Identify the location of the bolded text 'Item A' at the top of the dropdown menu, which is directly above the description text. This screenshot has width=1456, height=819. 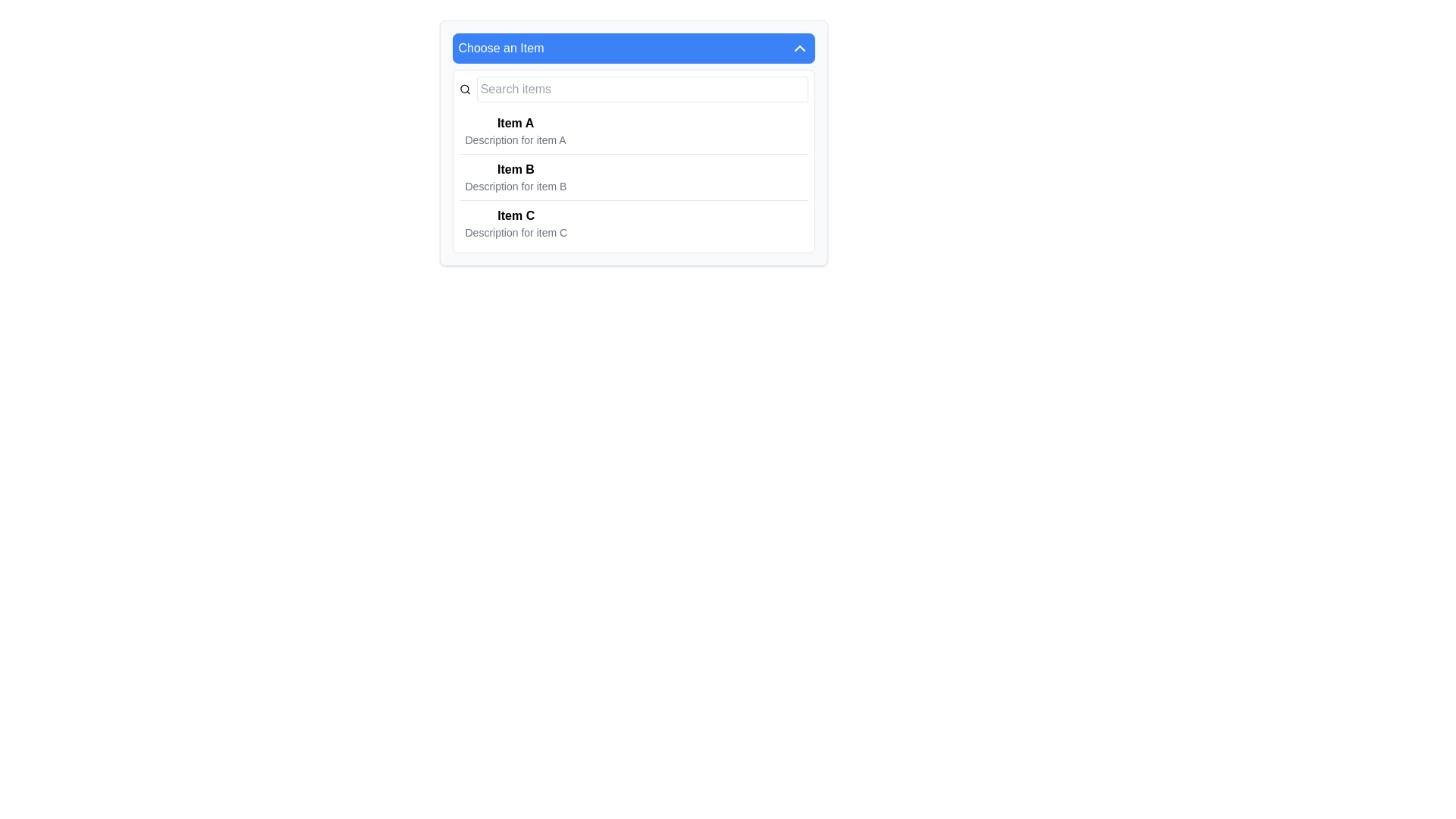
(516, 122).